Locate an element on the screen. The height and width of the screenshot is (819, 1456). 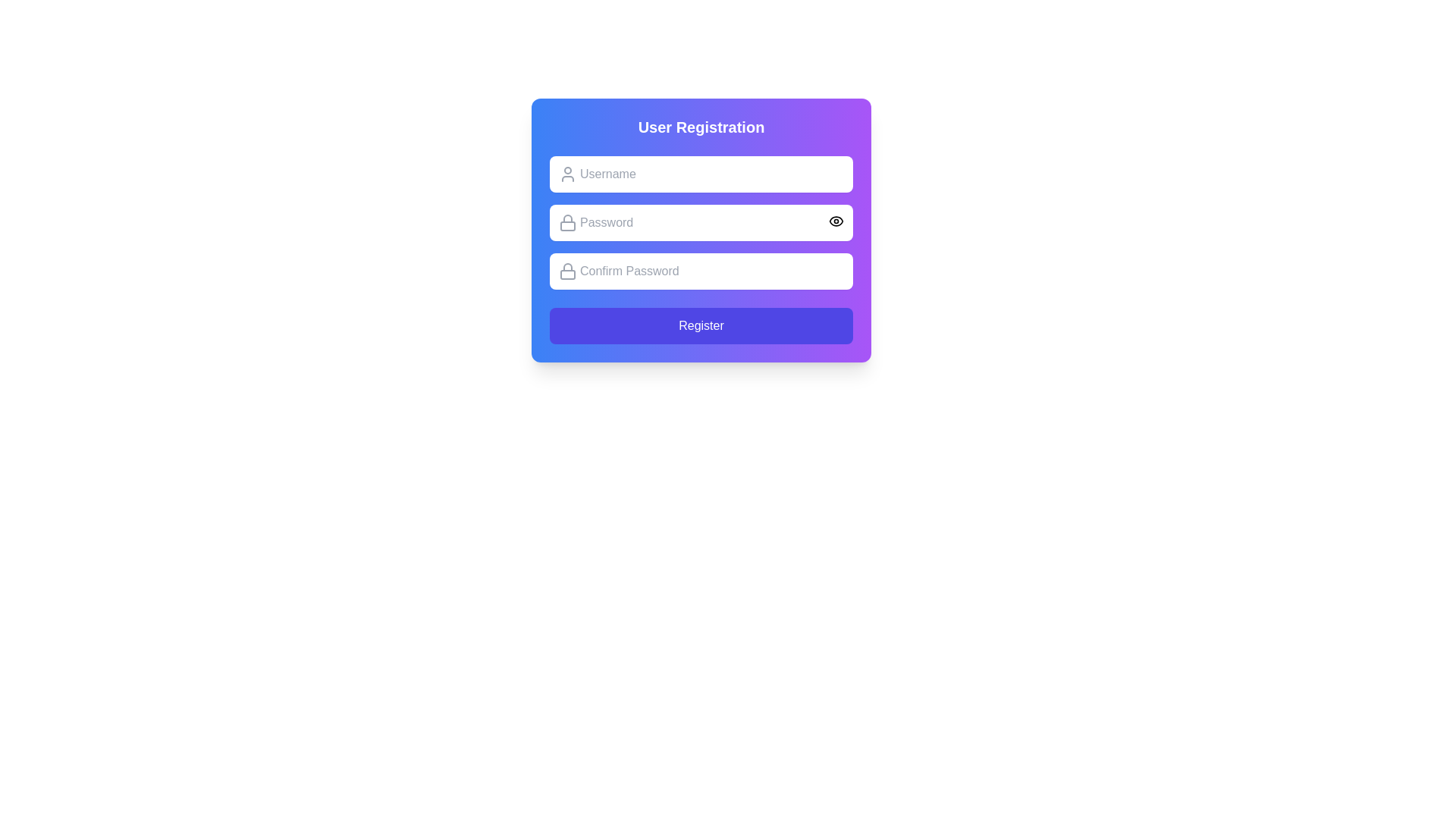
the eye-shaped icon in the password input field is located at coordinates (836, 221).